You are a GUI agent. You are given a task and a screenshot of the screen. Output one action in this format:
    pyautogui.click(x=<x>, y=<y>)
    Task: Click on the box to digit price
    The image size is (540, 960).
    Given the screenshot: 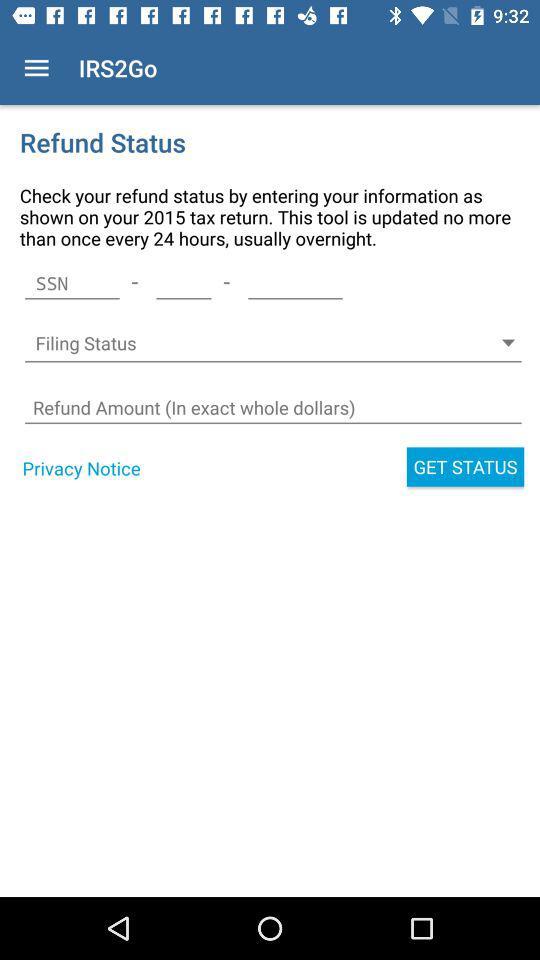 What is the action you would take?
    pyautogui.click(x=272, y=407)
    